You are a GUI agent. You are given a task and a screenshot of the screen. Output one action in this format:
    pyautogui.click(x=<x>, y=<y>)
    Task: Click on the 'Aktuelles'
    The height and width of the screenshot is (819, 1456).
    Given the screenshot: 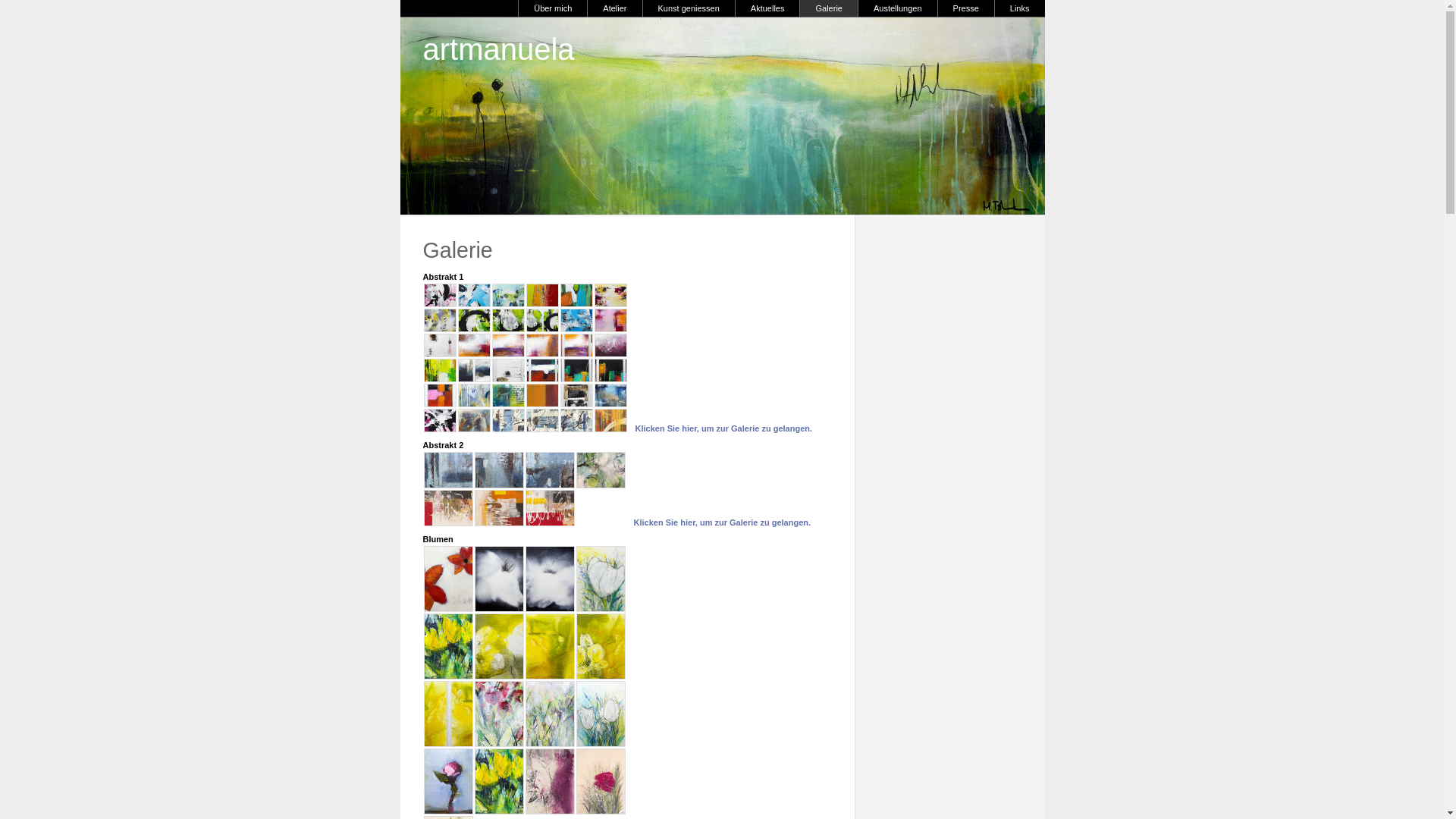 What is the action you would take?
    pyautogui.click(x=767, y=8)
    